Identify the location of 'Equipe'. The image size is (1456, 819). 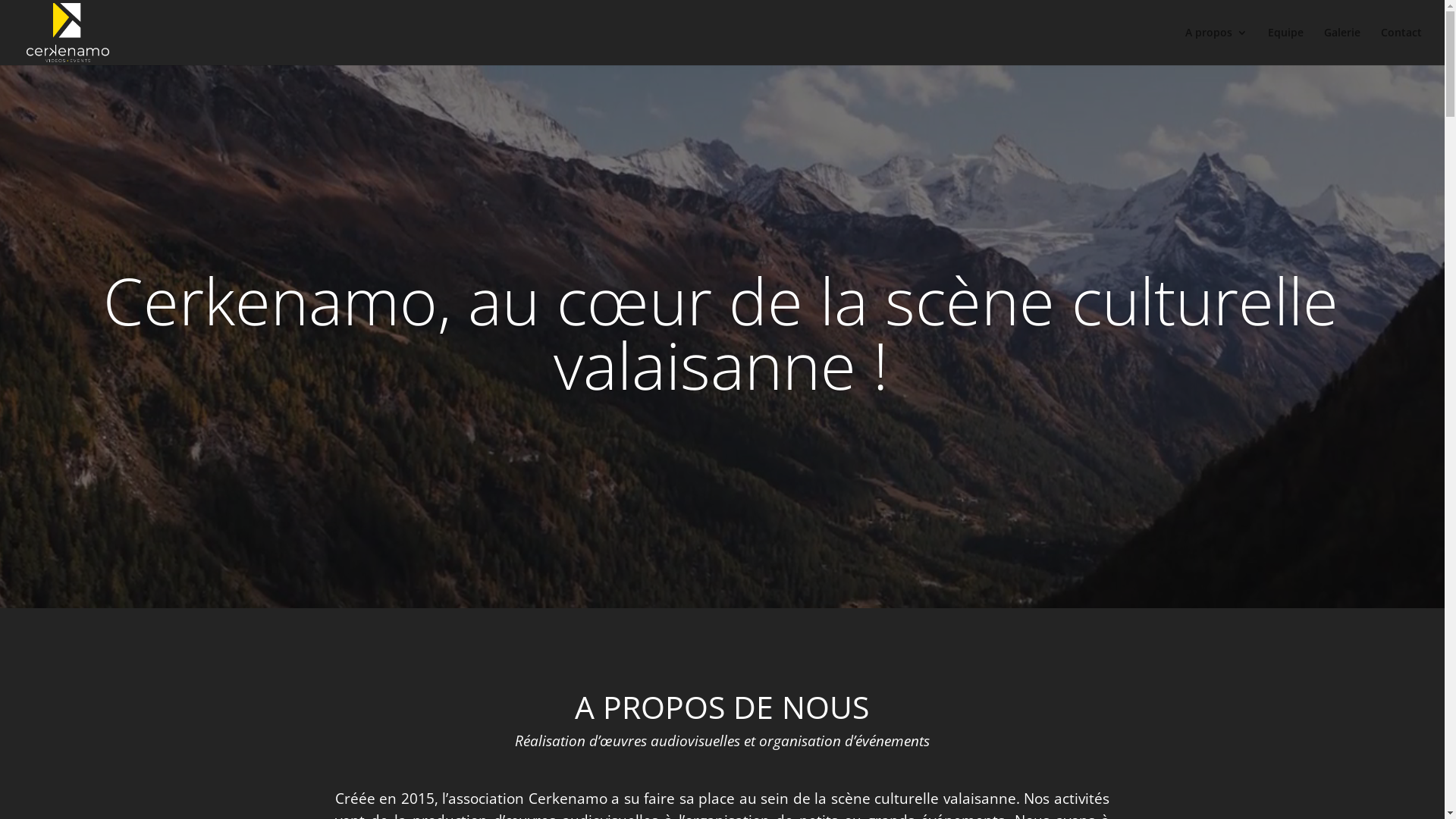
(1285, 45).